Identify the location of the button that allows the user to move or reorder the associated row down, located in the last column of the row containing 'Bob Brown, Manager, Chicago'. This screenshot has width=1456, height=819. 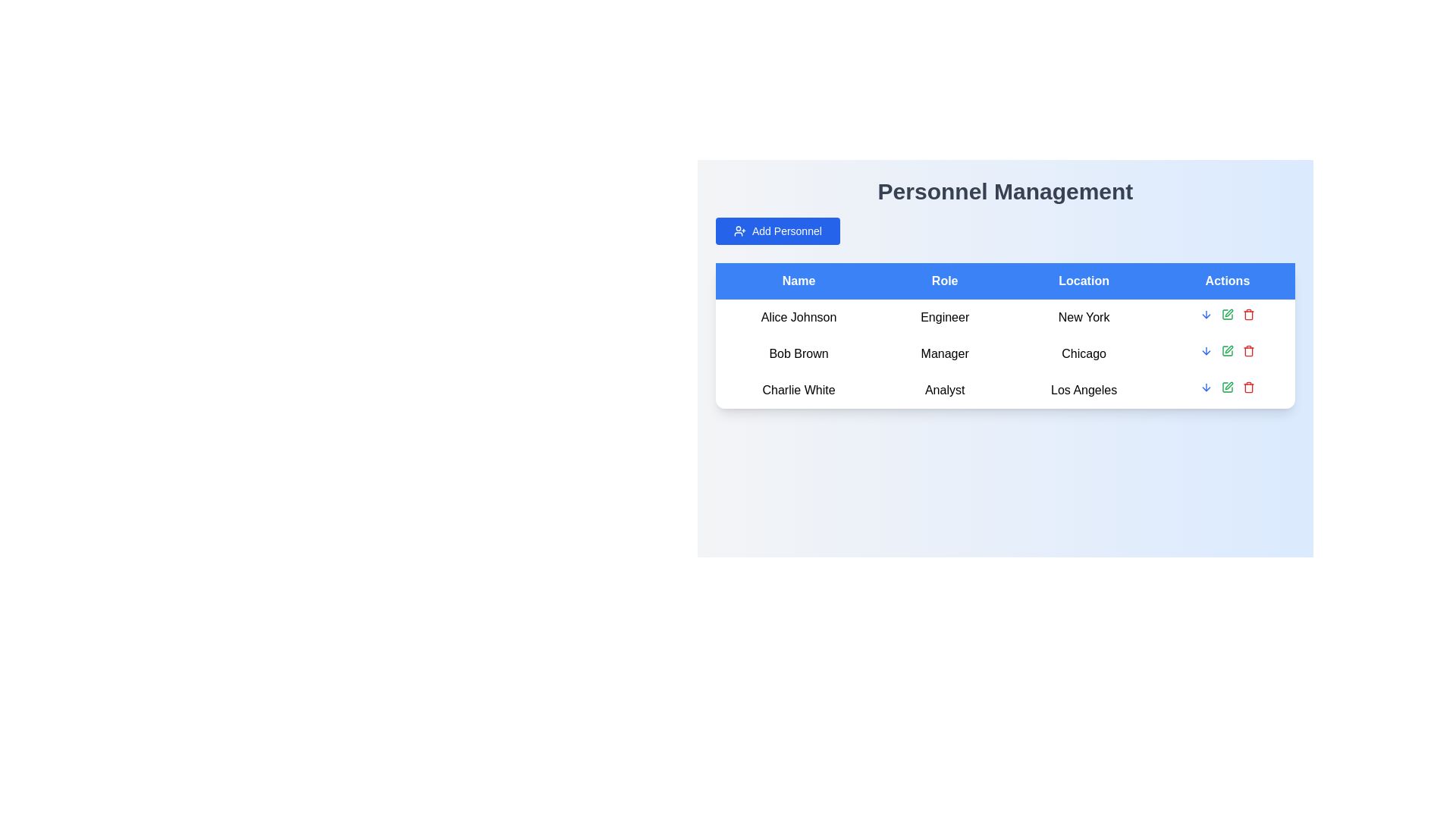
(1204, 314).